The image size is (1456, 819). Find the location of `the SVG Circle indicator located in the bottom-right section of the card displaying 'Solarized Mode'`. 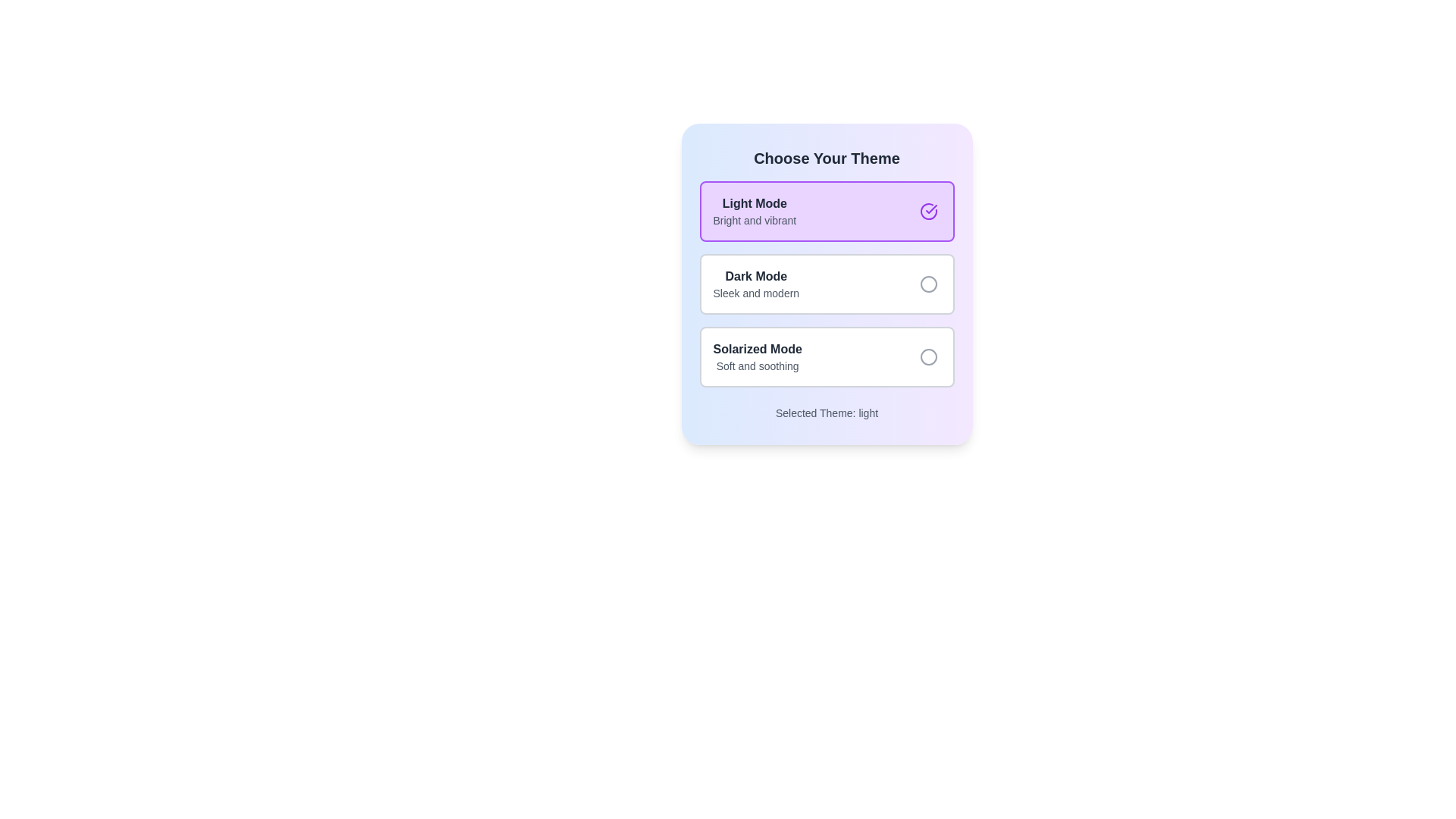

the SVG Circle indicator located in the bottom-right section of the card displaying 'Solarized Mode' is located at coordinates (927, 356).